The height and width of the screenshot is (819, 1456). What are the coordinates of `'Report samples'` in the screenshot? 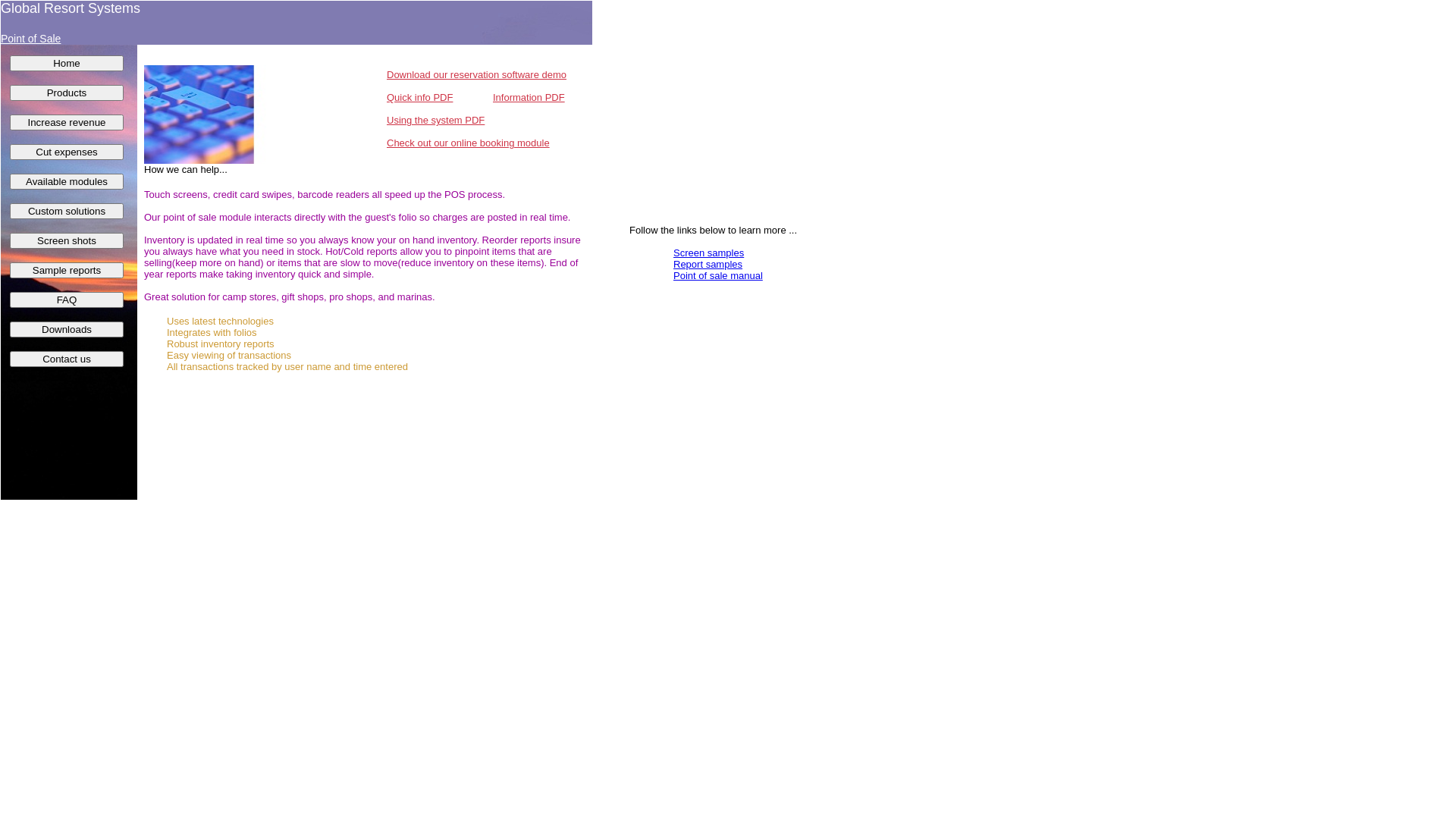 It's located at (673, 263).